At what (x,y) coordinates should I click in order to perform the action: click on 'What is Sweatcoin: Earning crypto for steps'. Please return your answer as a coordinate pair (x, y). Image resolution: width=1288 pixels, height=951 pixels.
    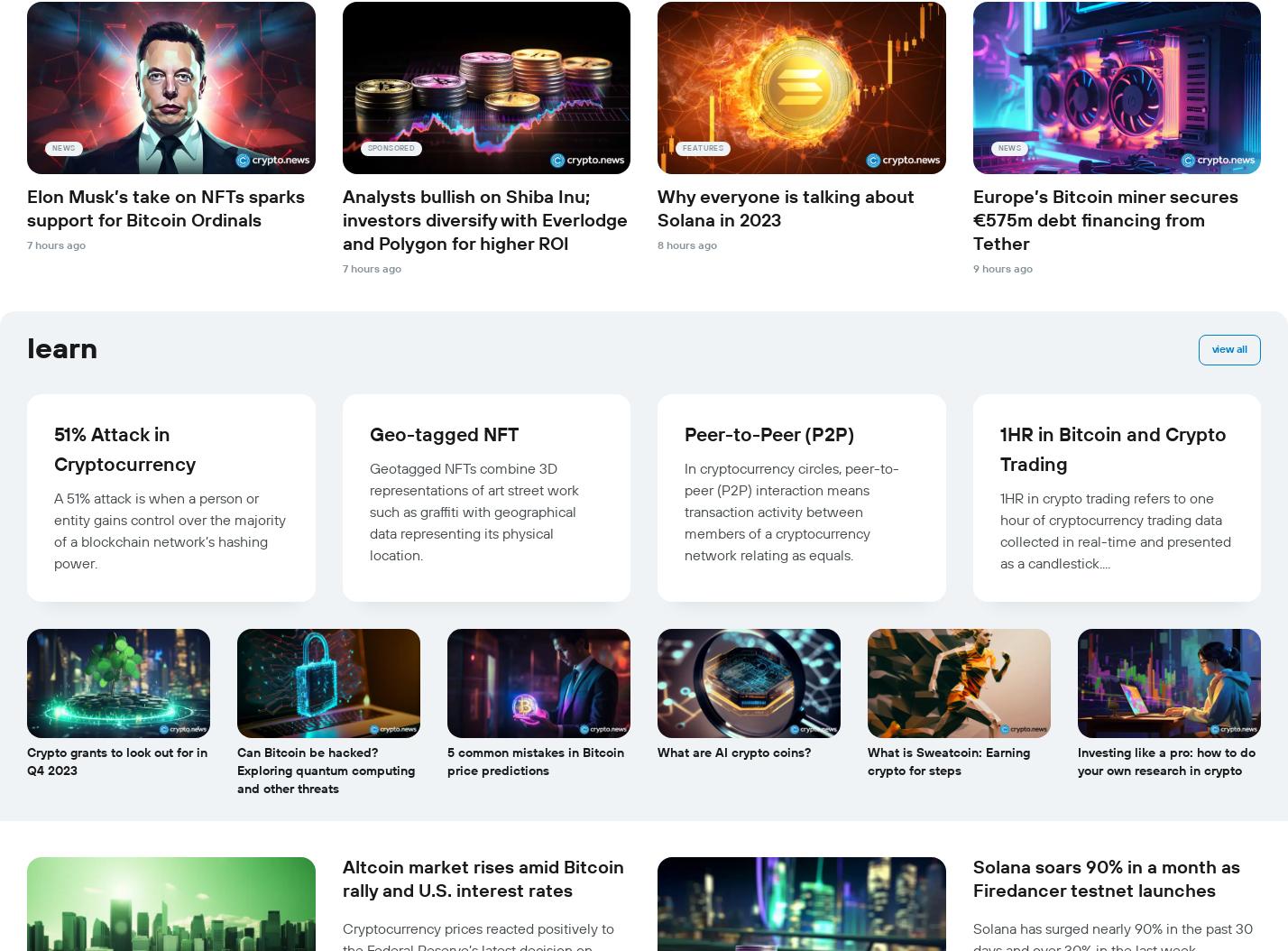
    Looking at the image, I should click on (949, 762).